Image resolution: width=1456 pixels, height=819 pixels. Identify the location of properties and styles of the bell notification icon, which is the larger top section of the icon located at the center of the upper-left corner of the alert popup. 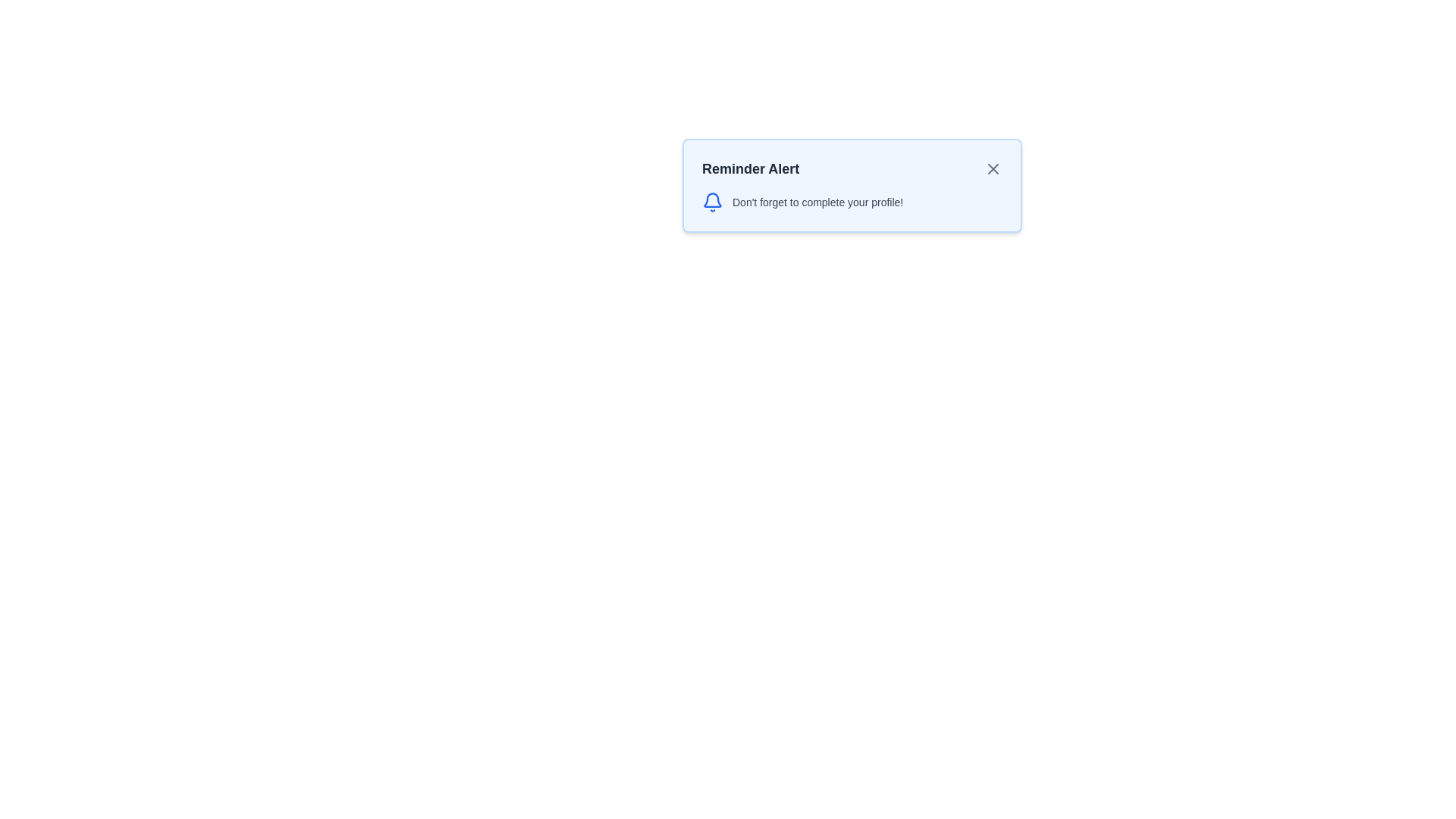
(712, 199).